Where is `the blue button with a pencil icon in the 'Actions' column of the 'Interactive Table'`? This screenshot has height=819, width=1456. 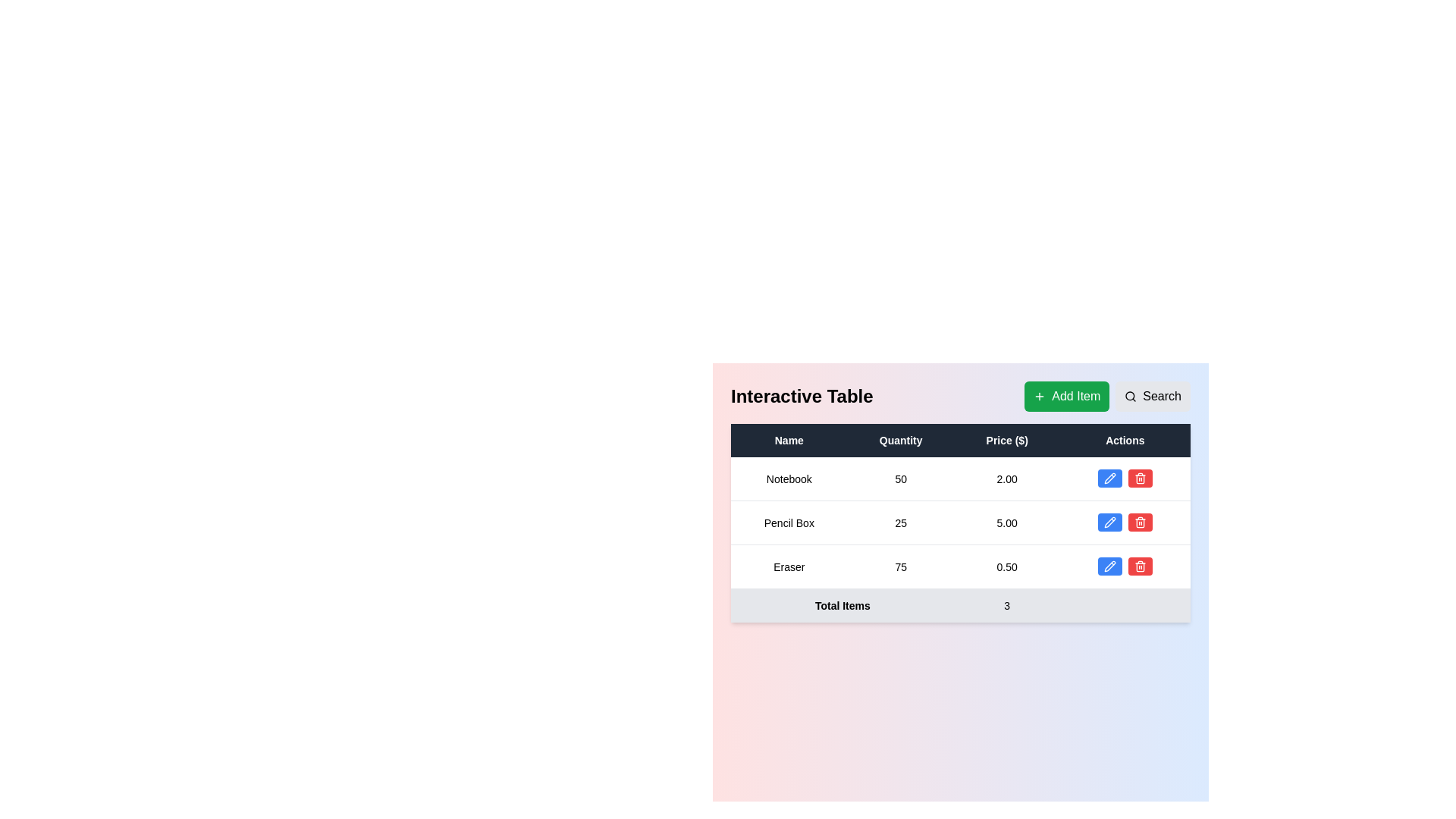
the blue button with a pencil icon in the 'Actions' column of the 'Interactive Table' is located at coordinates (1109, 479).